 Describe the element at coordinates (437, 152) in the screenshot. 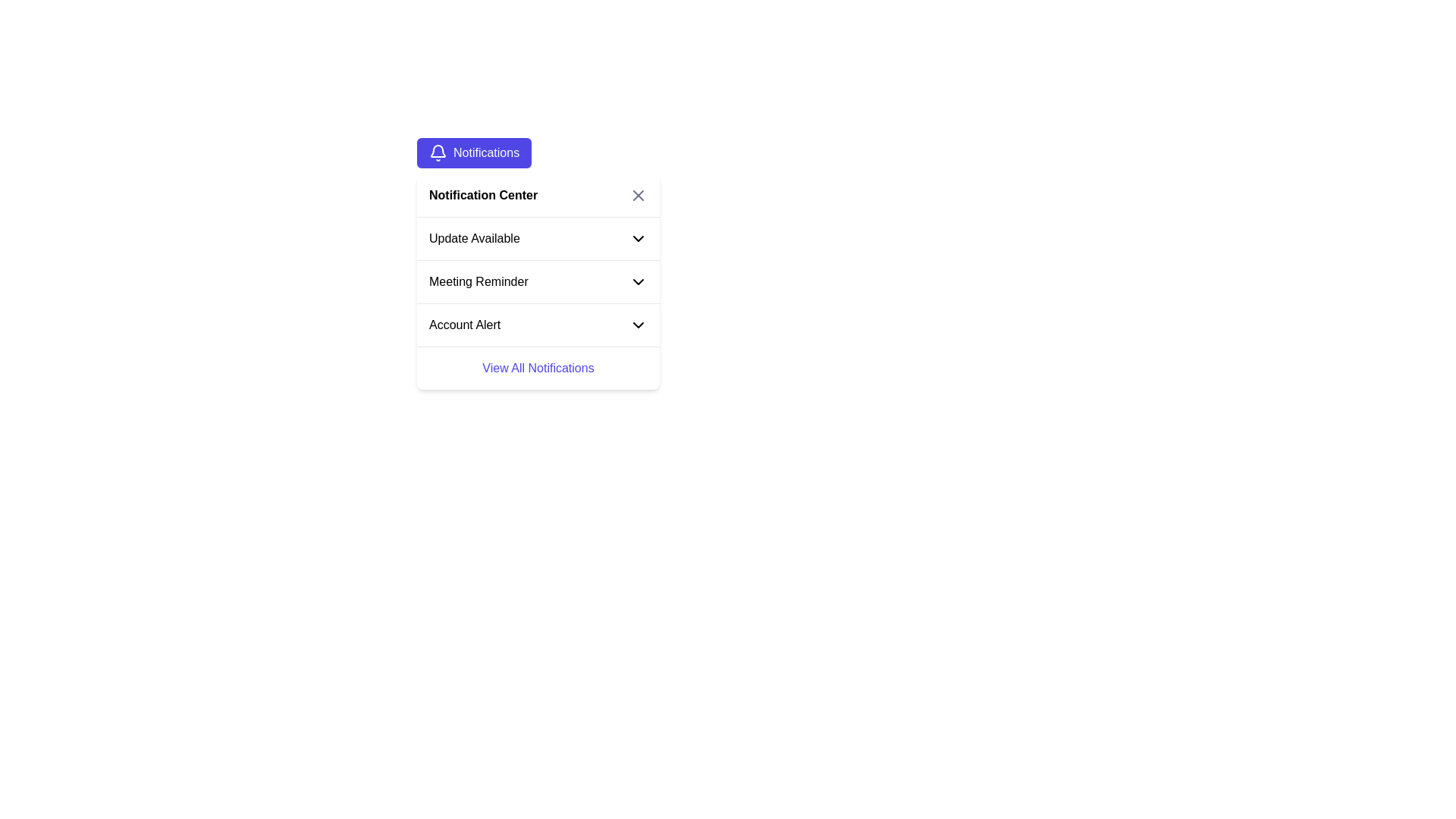

I see `the bell-shaped SVG icon that is positioned to the left of the 'Notifications' text within a purple button at the top left of the interface panel` at that location.